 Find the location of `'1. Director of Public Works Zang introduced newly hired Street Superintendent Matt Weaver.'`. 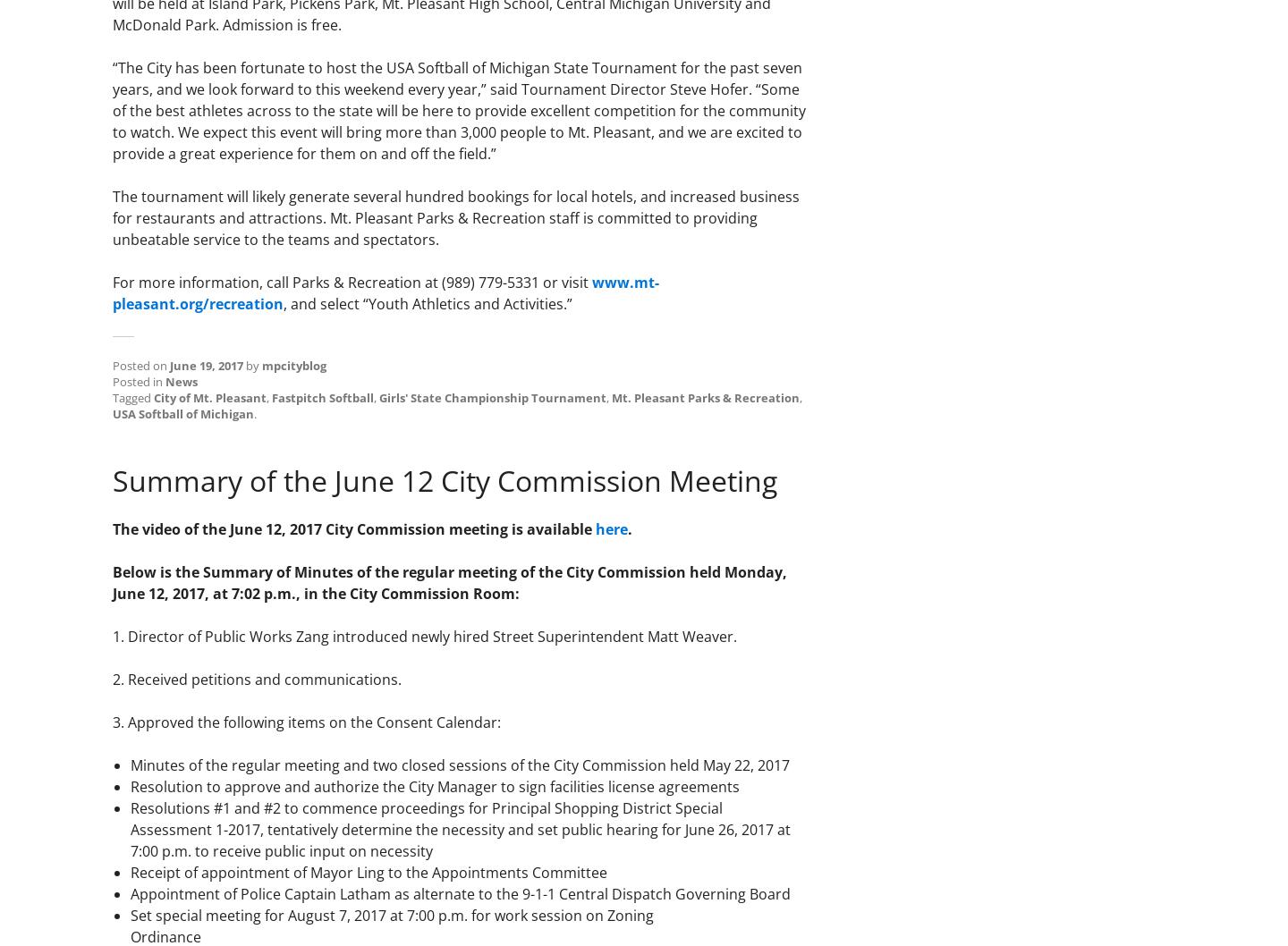

'1. Director of Public Works Zang introduced newly hired Street Superintendent Matt Weaver.' is located at coordinates (425, 635).